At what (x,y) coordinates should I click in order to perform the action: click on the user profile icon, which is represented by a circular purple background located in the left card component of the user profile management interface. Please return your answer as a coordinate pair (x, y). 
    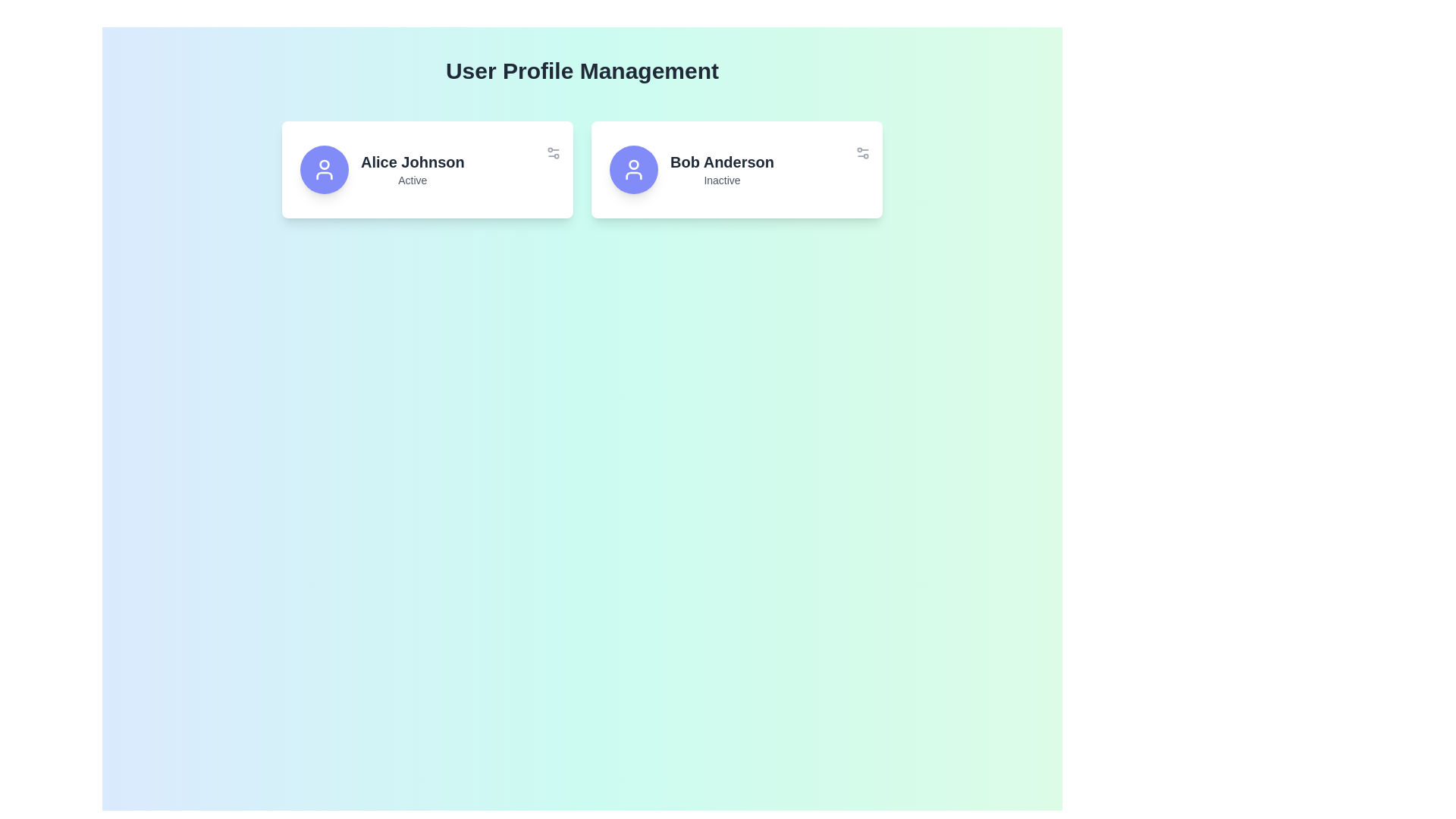
    Looking at the image, I should click on (323, 169).